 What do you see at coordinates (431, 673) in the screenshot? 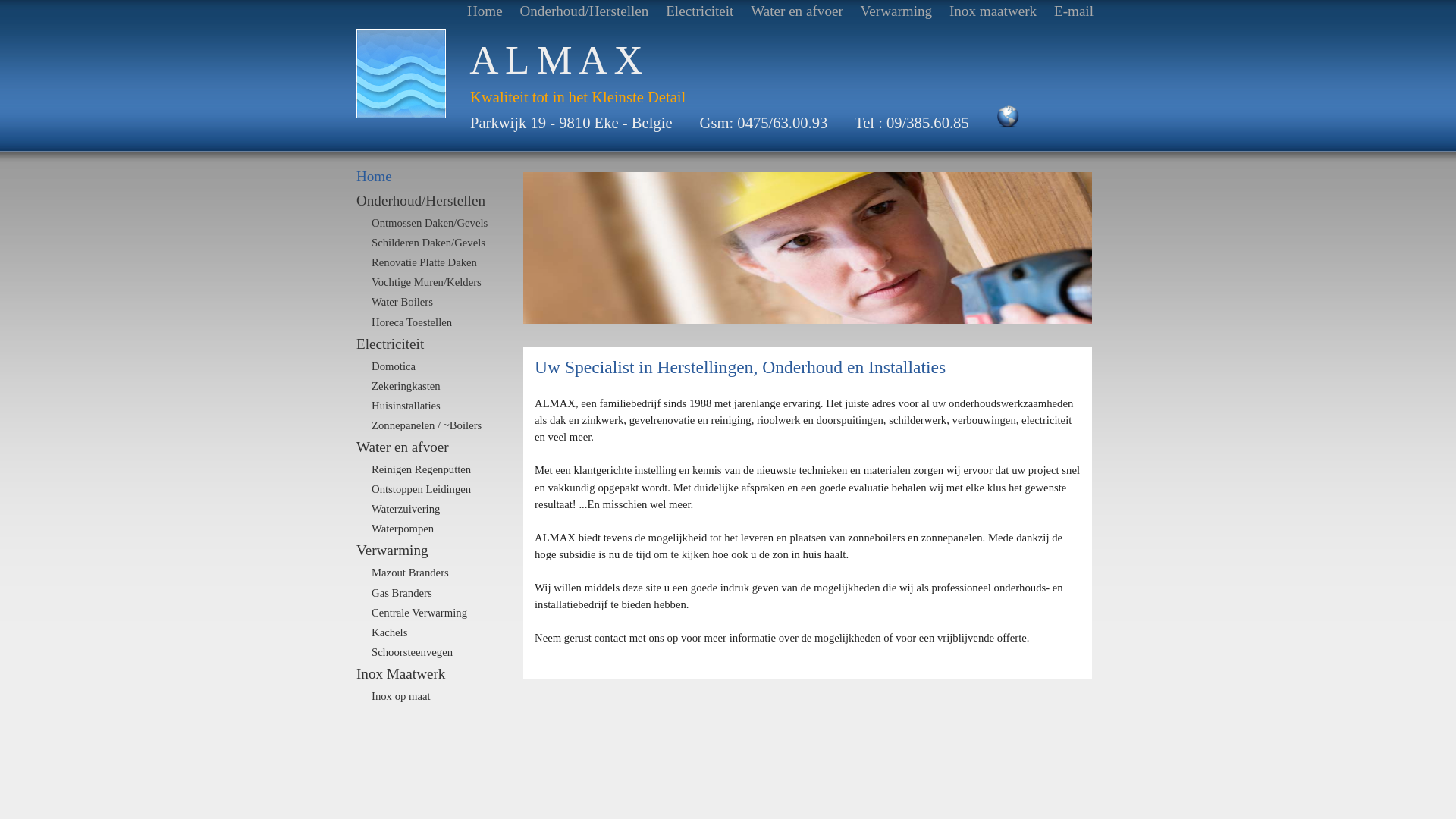
I see `'Inox Maatwerk'` at bounding box center [431, 673].